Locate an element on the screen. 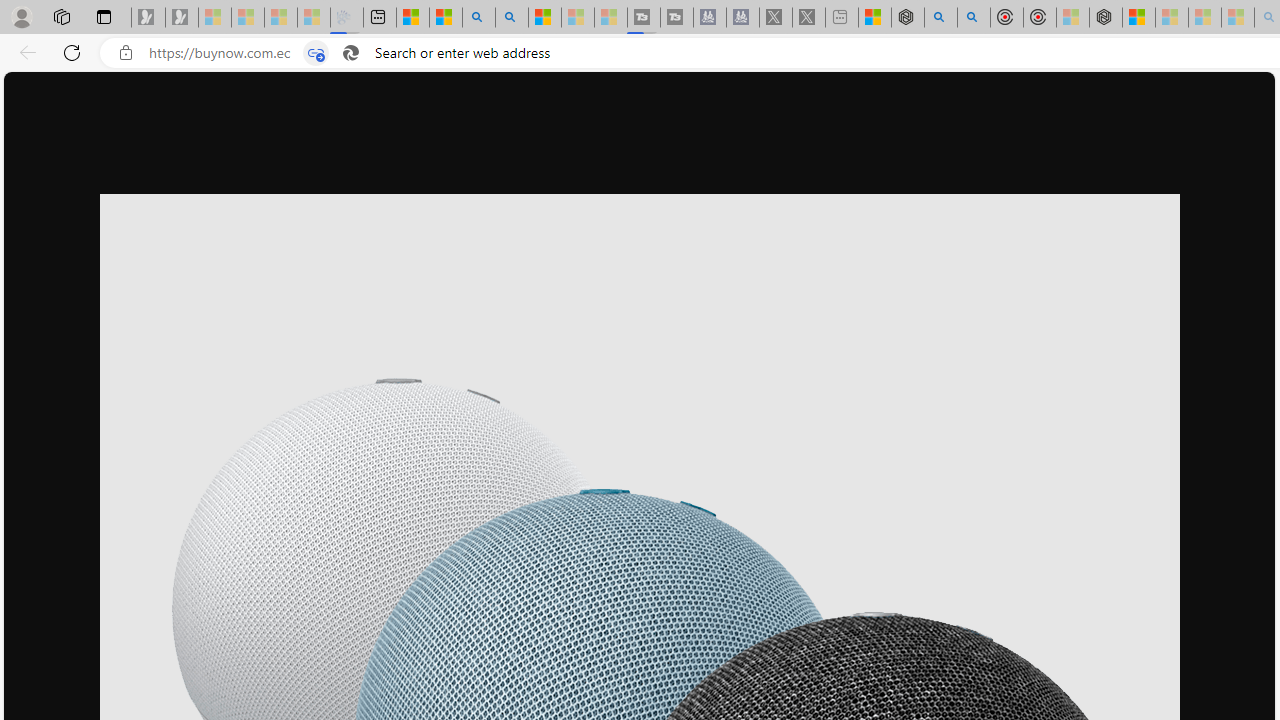 Image resolution: width=1280 pixels, height=720 pixels. 'X - Sleeping' is located at coordinates (808, 17).